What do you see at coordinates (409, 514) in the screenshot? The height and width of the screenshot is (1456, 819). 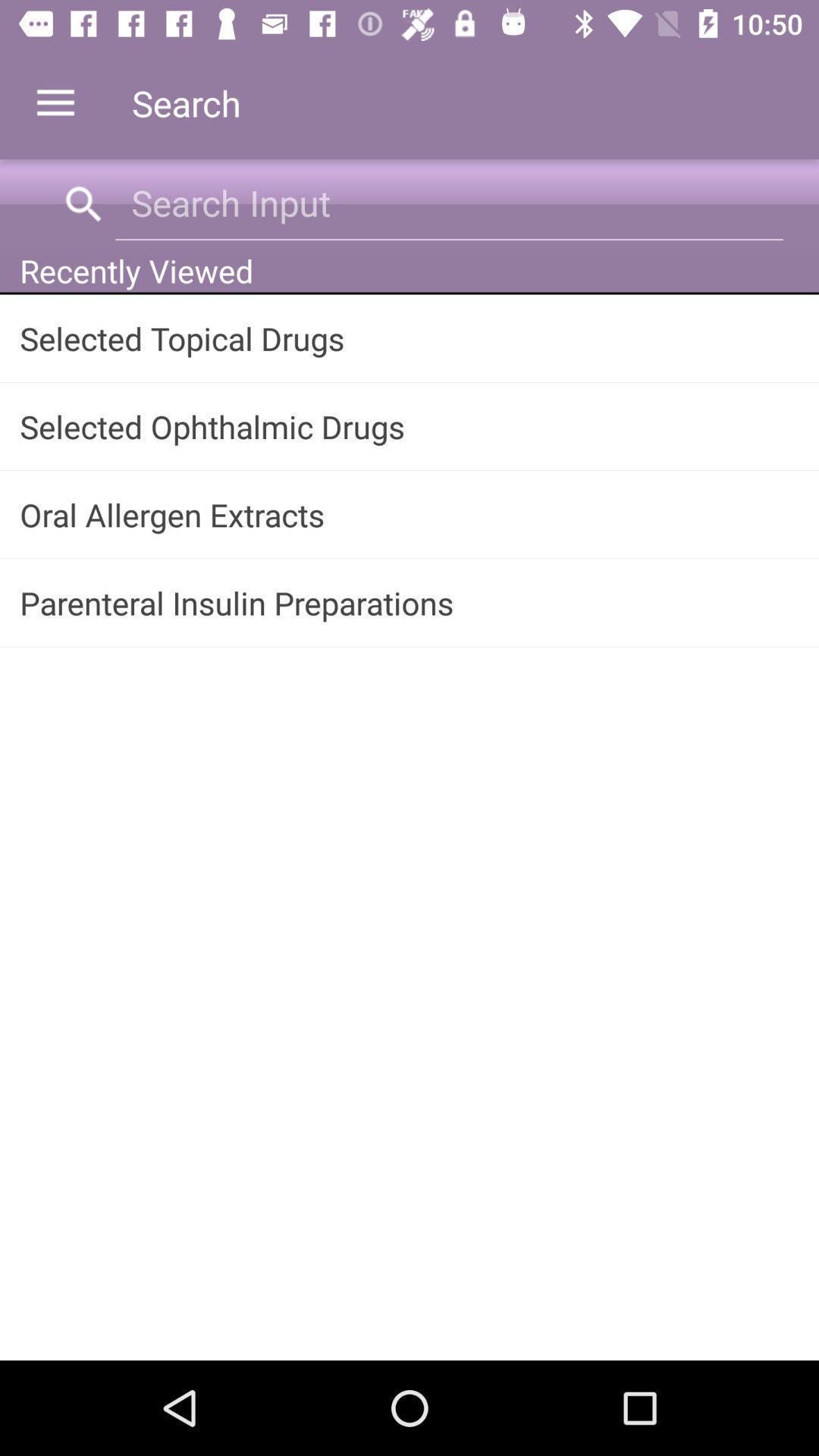 I see `the icon below selected ophthalmic drugs app` at bounding box center [409, 514].